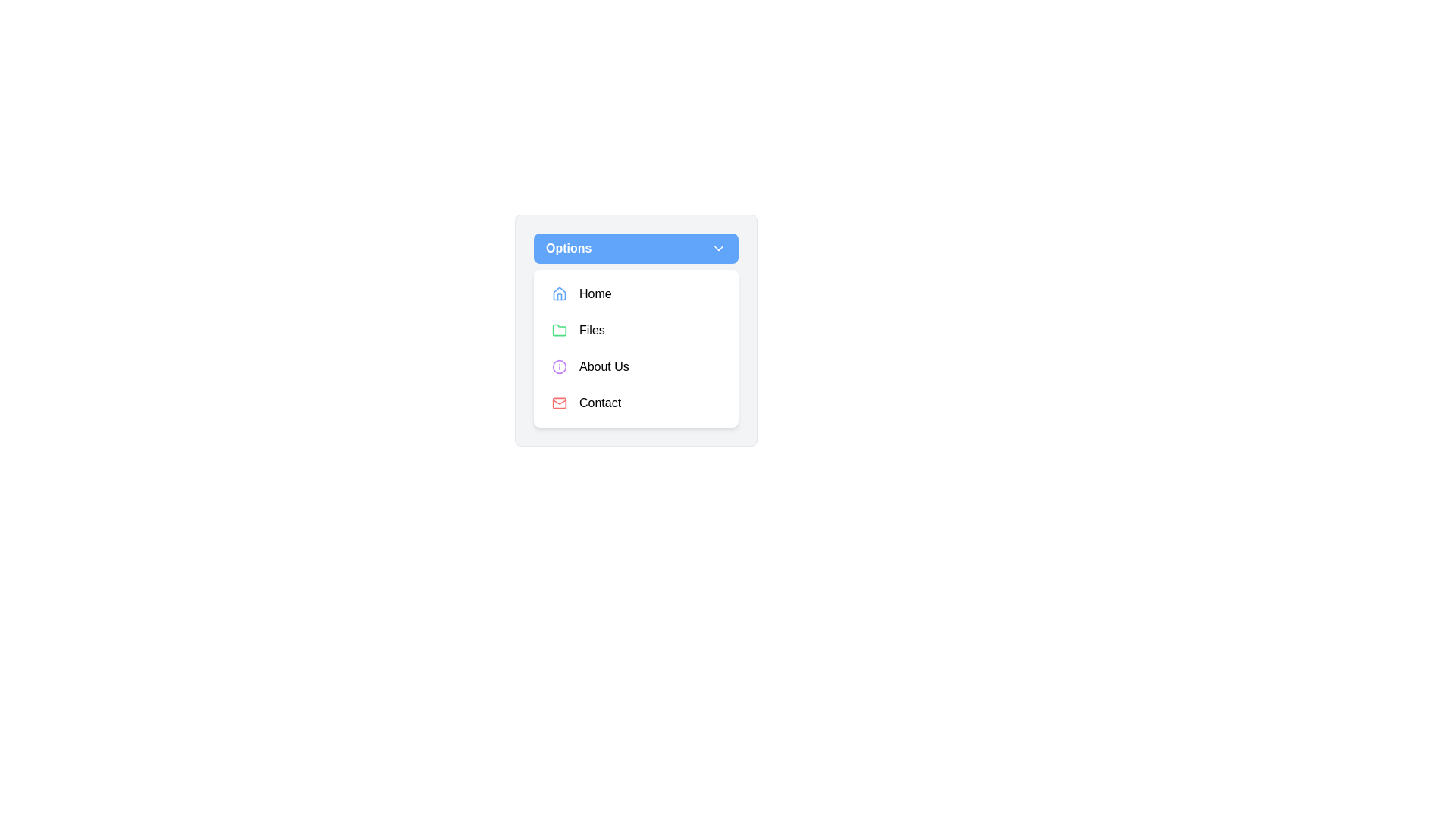 This screenshot has height=819, width=1456. Describe the element at coordinates (559, 366) in the screenshot. I see `the leading icon located on the left side of the 'About Us' menu item within the dropdown list under 'Options' for informational context` at that location.